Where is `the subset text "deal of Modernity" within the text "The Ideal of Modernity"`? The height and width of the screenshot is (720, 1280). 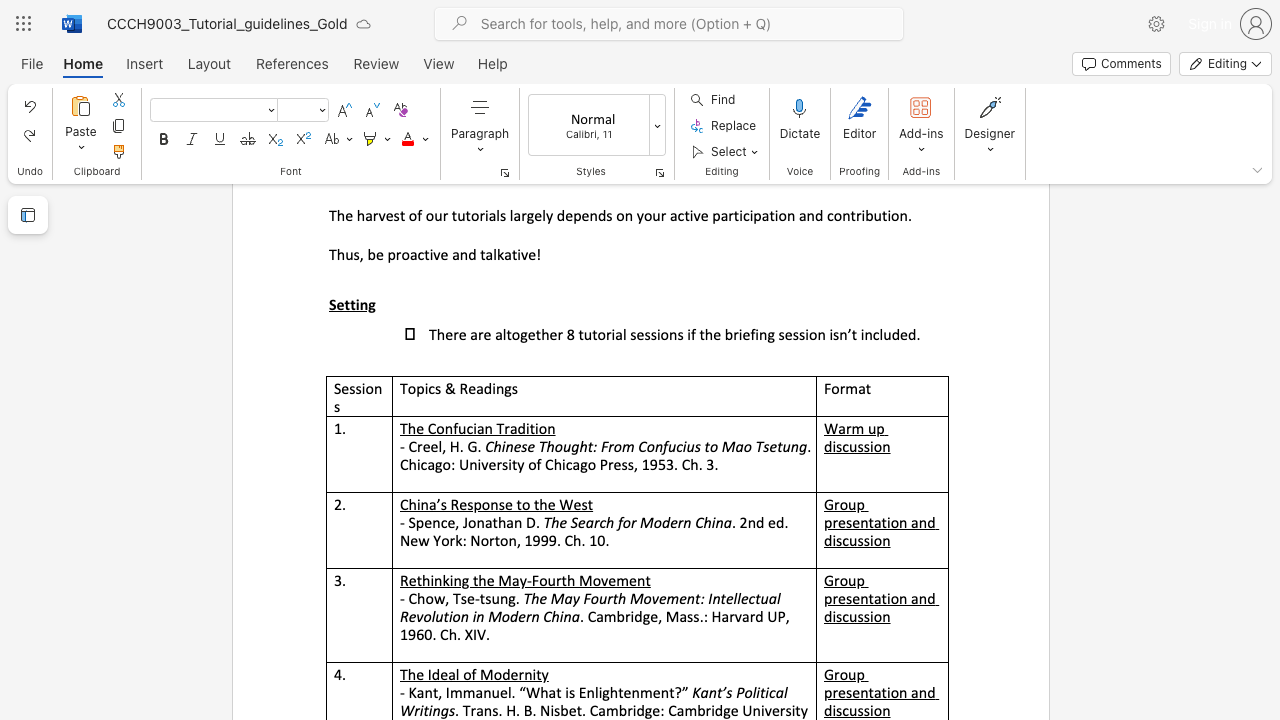
the subset text "deal of Modernity" within the text "The Ideal of Modernity" is located at coordinates (430, 674).